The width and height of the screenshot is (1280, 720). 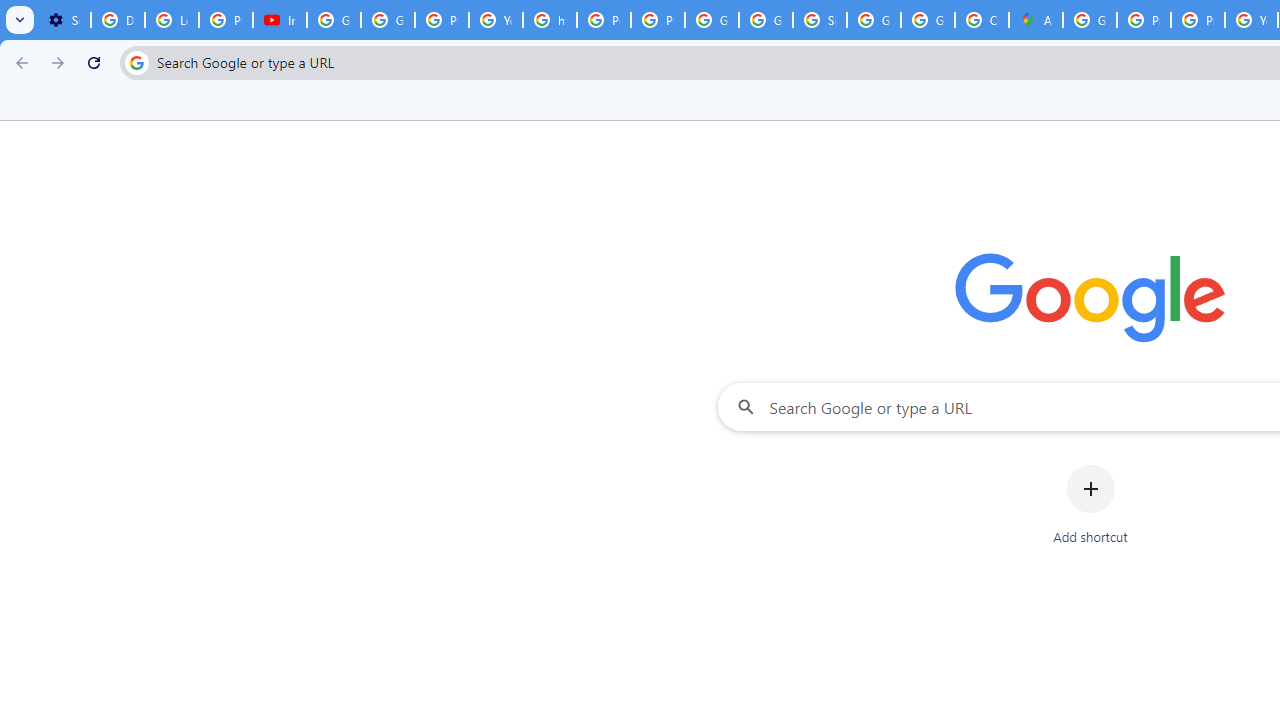 I want to click on 'Sign in - Google Accounts', so click(x=819, y=20).